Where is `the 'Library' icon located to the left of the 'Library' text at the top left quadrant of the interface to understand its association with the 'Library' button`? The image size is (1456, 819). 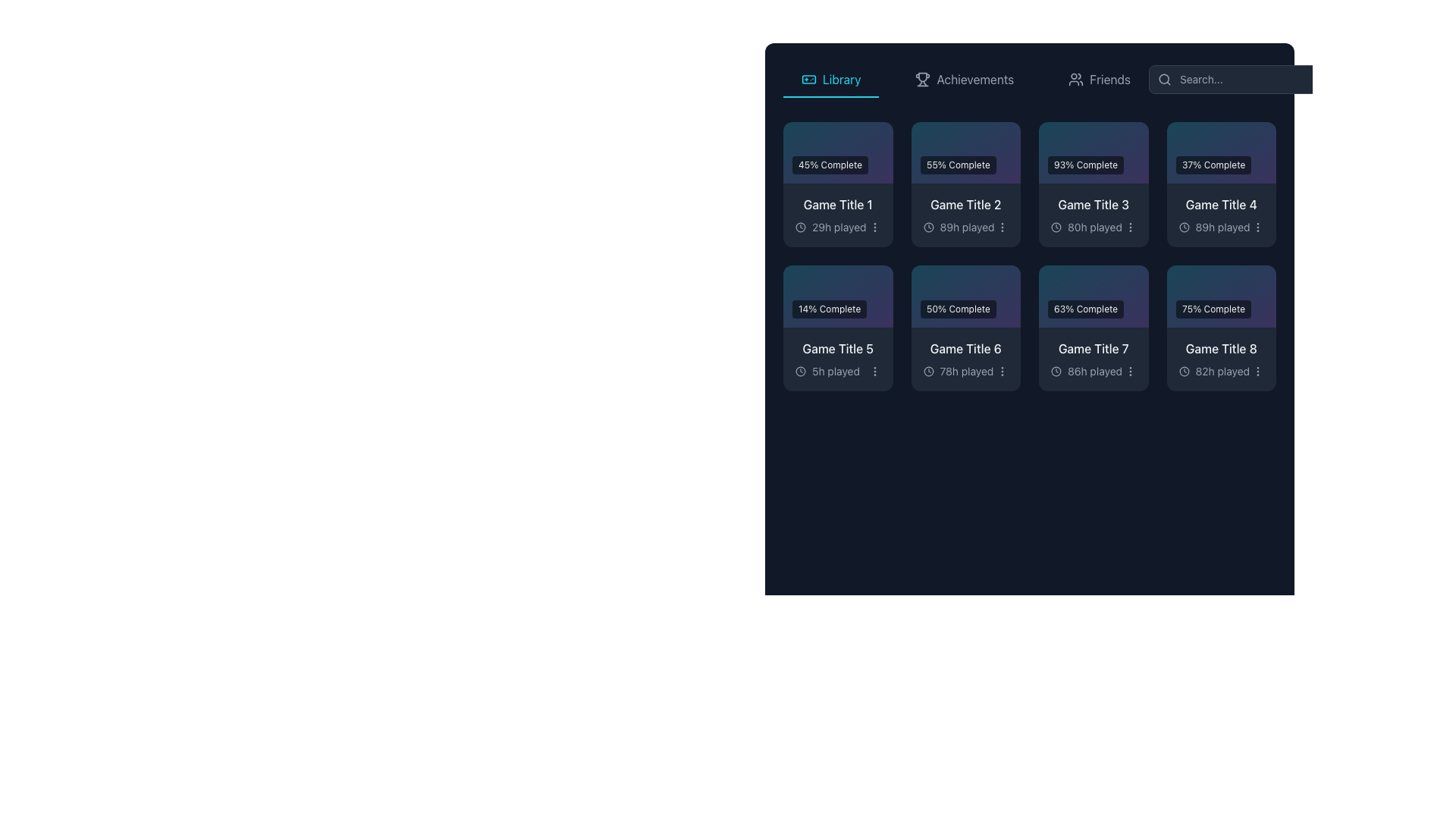
the 'Library' icon located to the left of the 'Library' text at the top left quadrant of the interface to understand its association with the 'Library' button is located at coordinates (808, 79).